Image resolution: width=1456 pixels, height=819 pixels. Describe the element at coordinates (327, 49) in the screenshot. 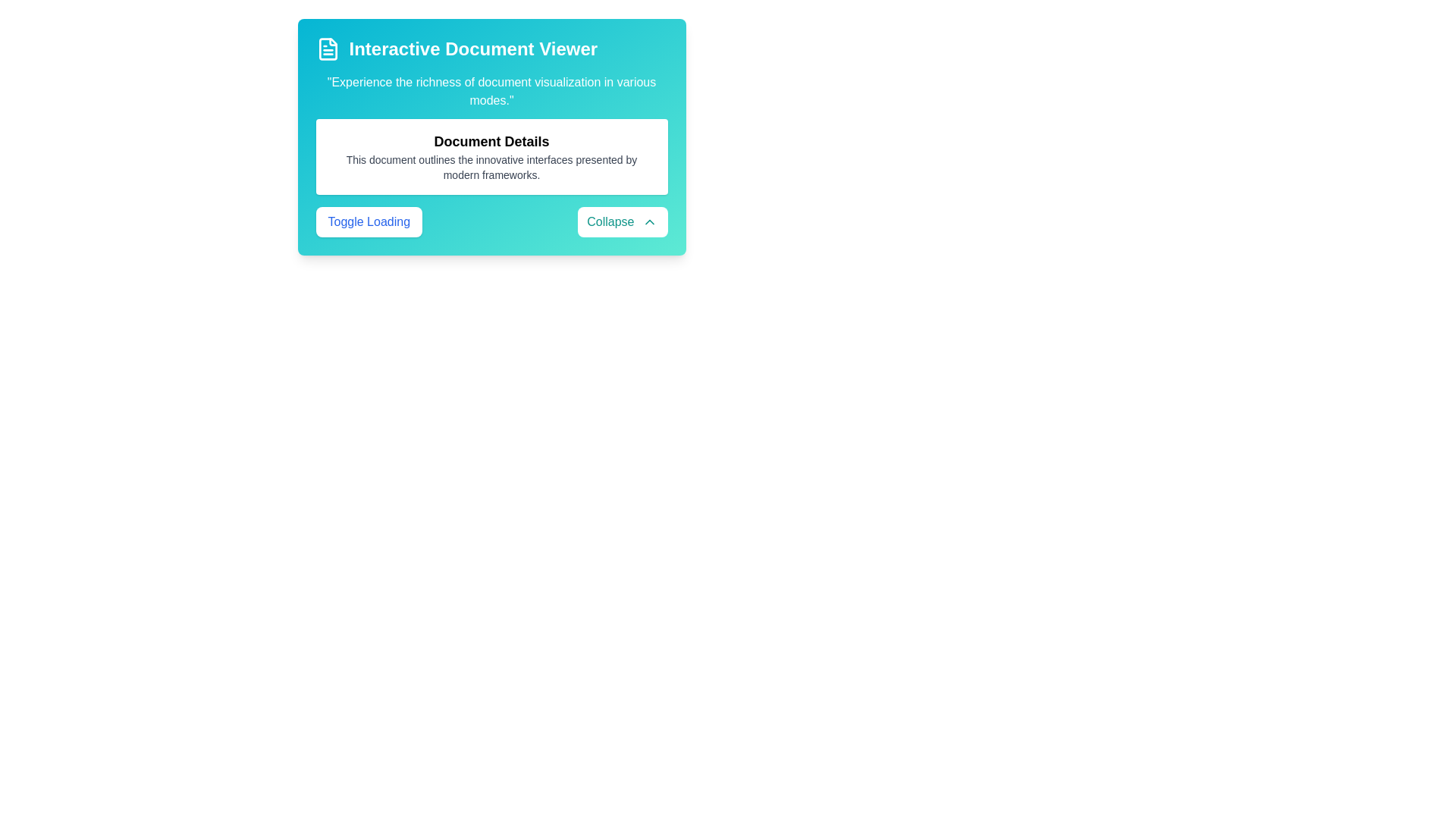

I see `the first Graphical Icon (SVG) representing a document or file, located near the top-left corner of the interactive document viewer interface` at that location.